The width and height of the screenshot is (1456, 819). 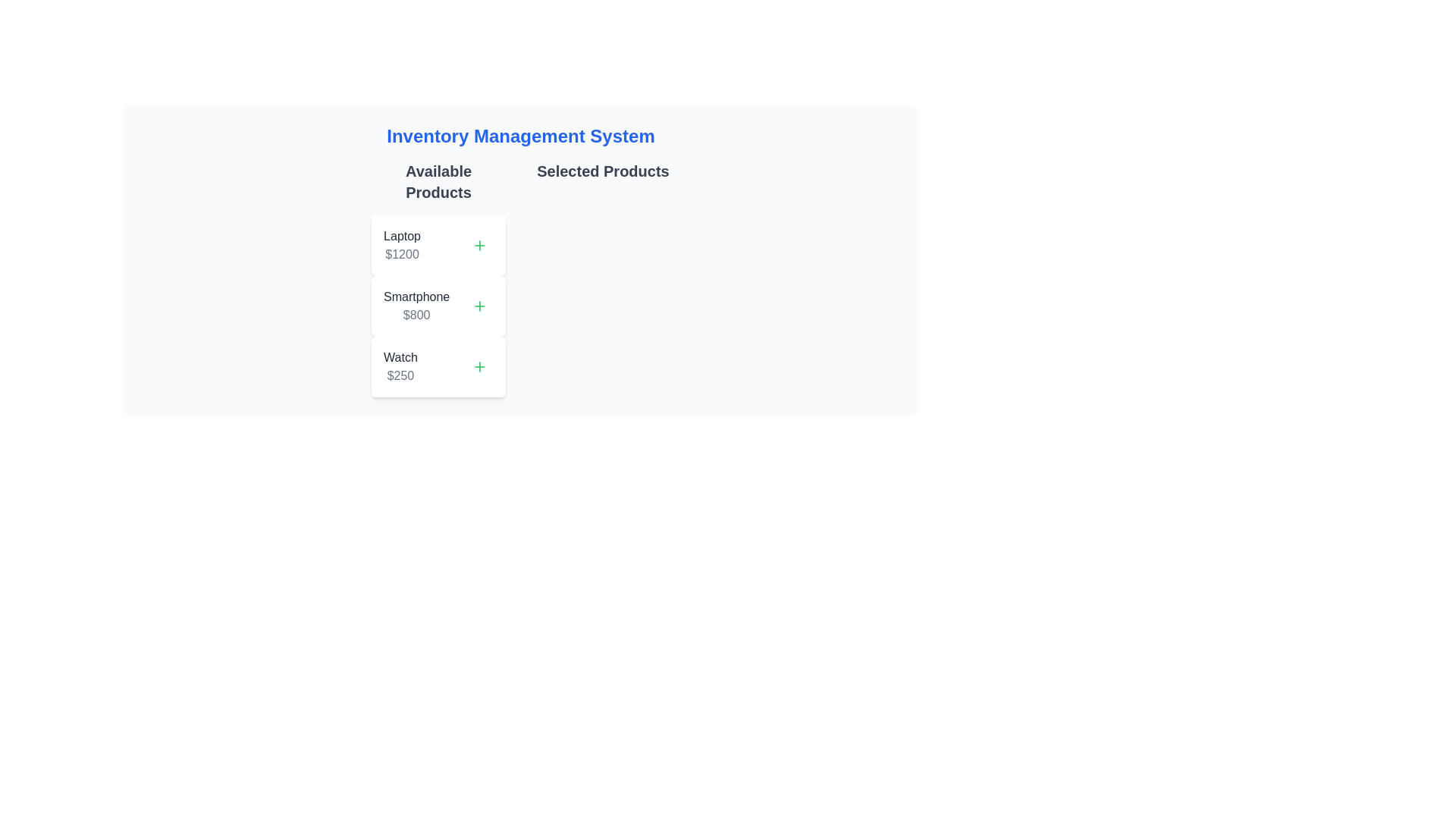 I want to click on the price display of the product 'Laptop', which is located below the 'Laptop' label in the product list, so click(x=402, y=253).